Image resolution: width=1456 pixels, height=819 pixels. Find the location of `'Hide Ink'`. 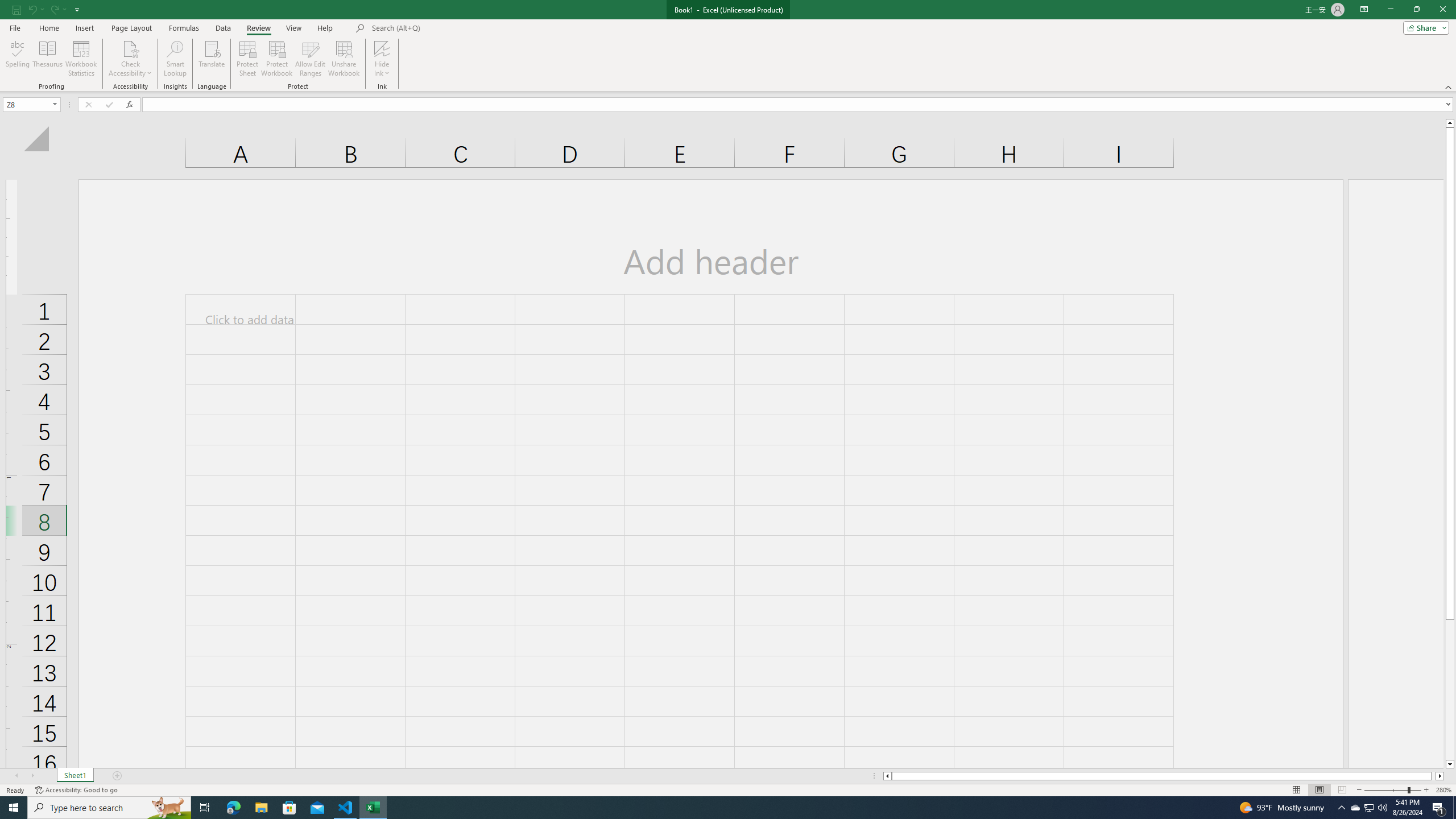

'Hide Ink' is located at coordinates (382, 59).